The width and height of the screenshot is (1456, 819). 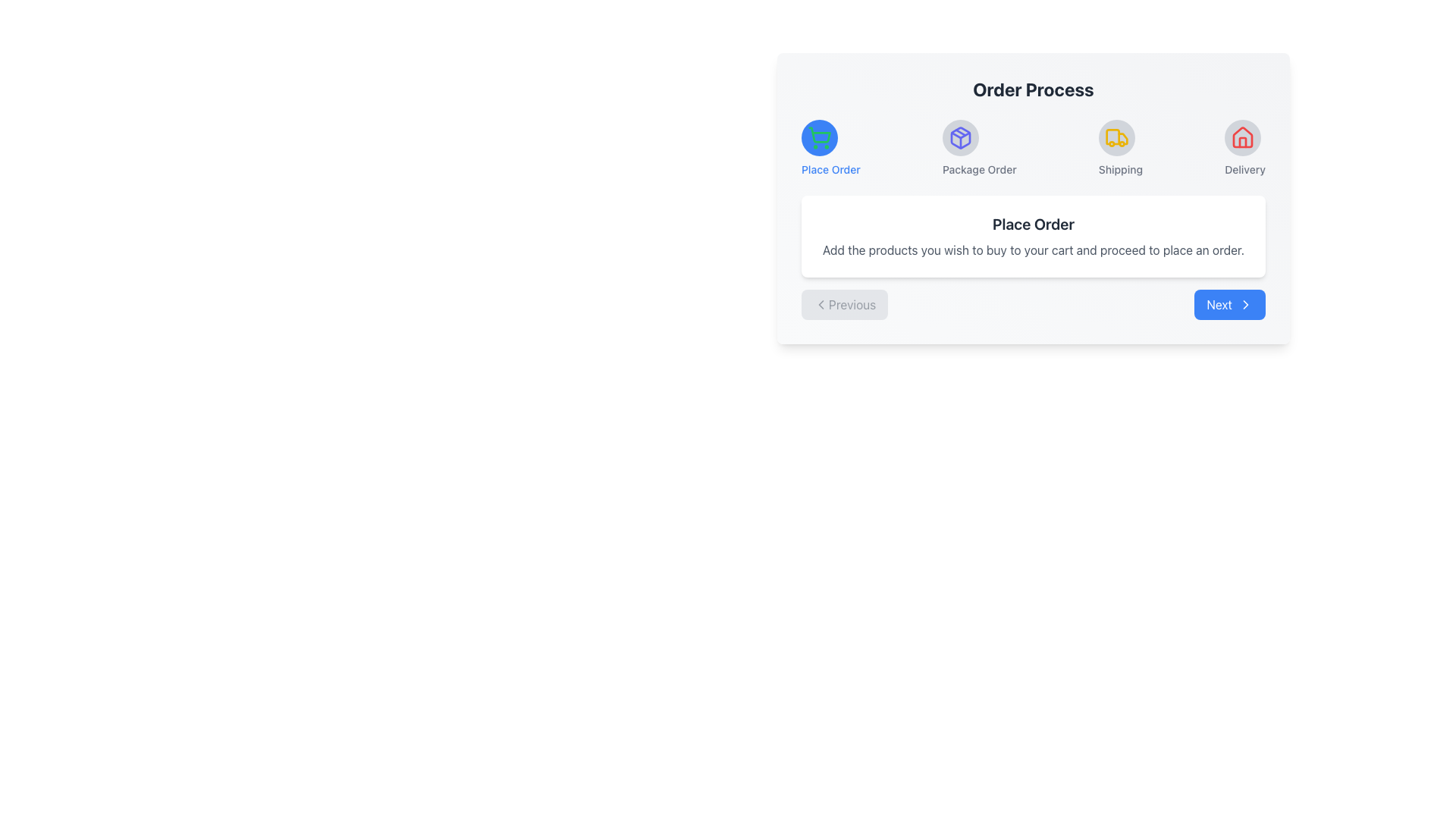 What do you see at coordinates (1243, 137) in the screenshot?
I see `the 'Delivery' button, which is the fourth circular icon in the horizontal sequence above the 'Order Process' text section` at bounding box center [1243, 137].